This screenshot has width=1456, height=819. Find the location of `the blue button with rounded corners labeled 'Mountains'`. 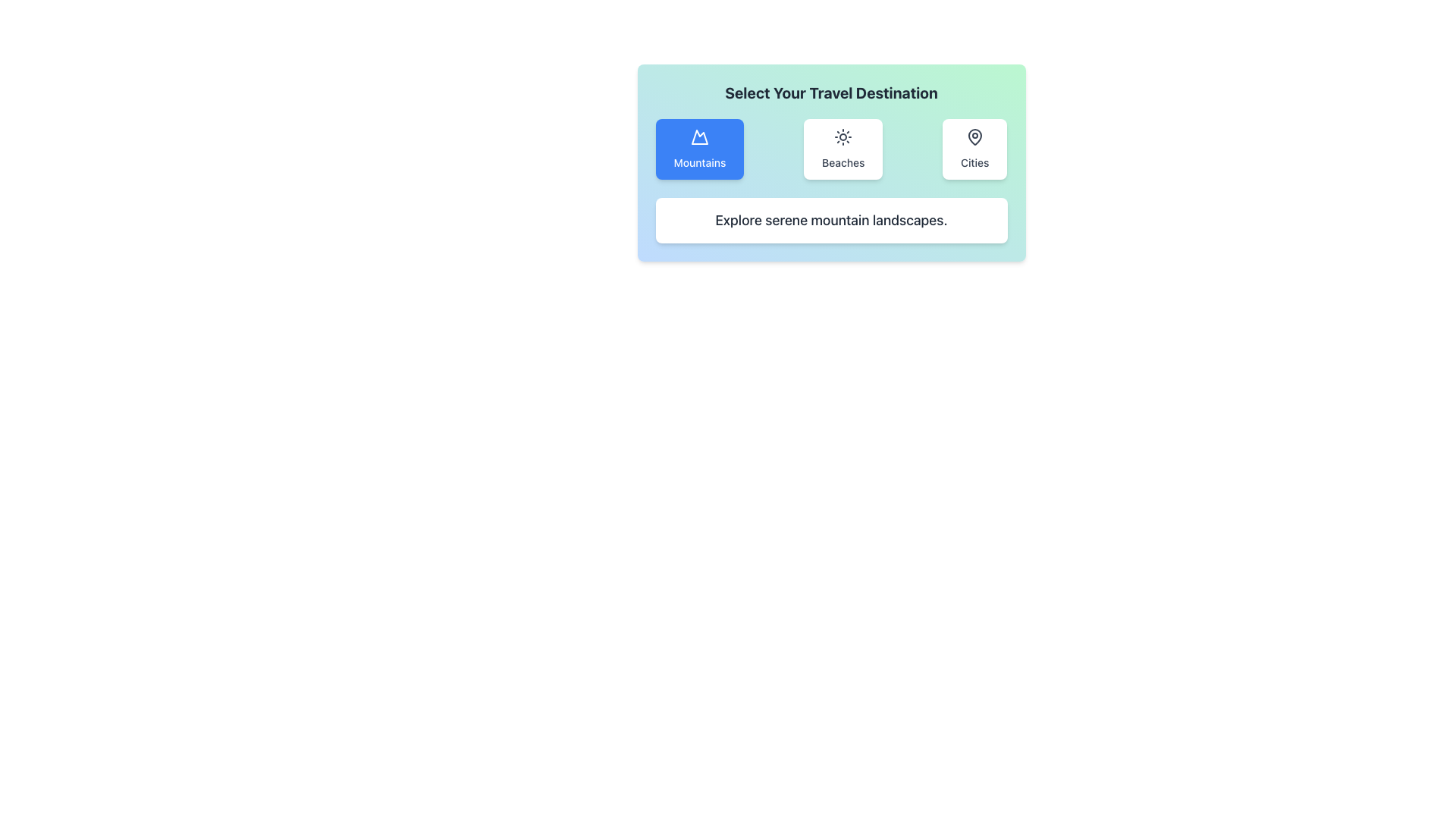

the blue button with rounded corners labeled 'Mountains' is located at coordinates (698, 149).